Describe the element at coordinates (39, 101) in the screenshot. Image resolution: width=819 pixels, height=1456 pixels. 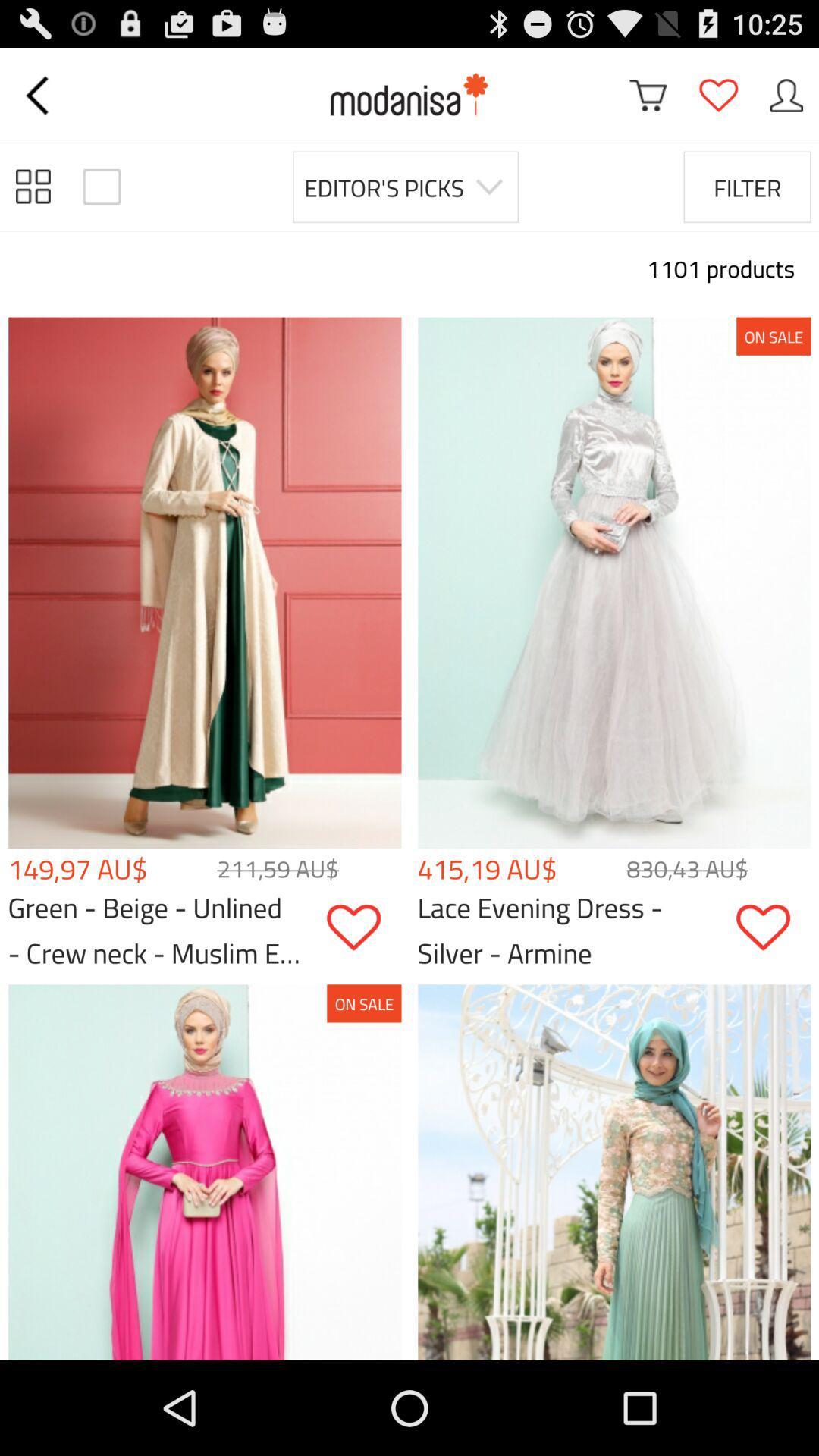
I see `the arrow_backward icon` at that location.